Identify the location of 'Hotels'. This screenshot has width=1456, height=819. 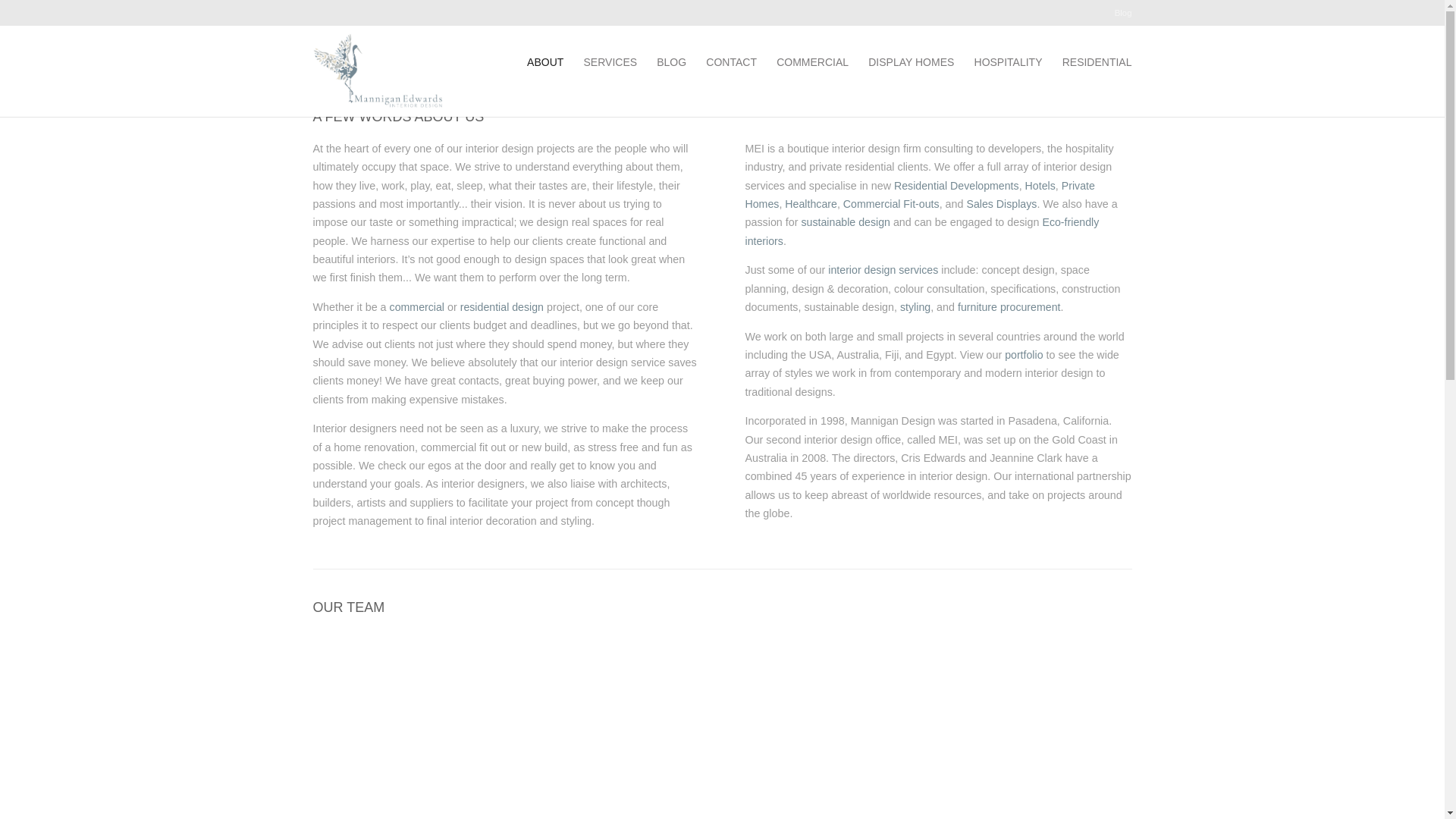
(1040, 185).